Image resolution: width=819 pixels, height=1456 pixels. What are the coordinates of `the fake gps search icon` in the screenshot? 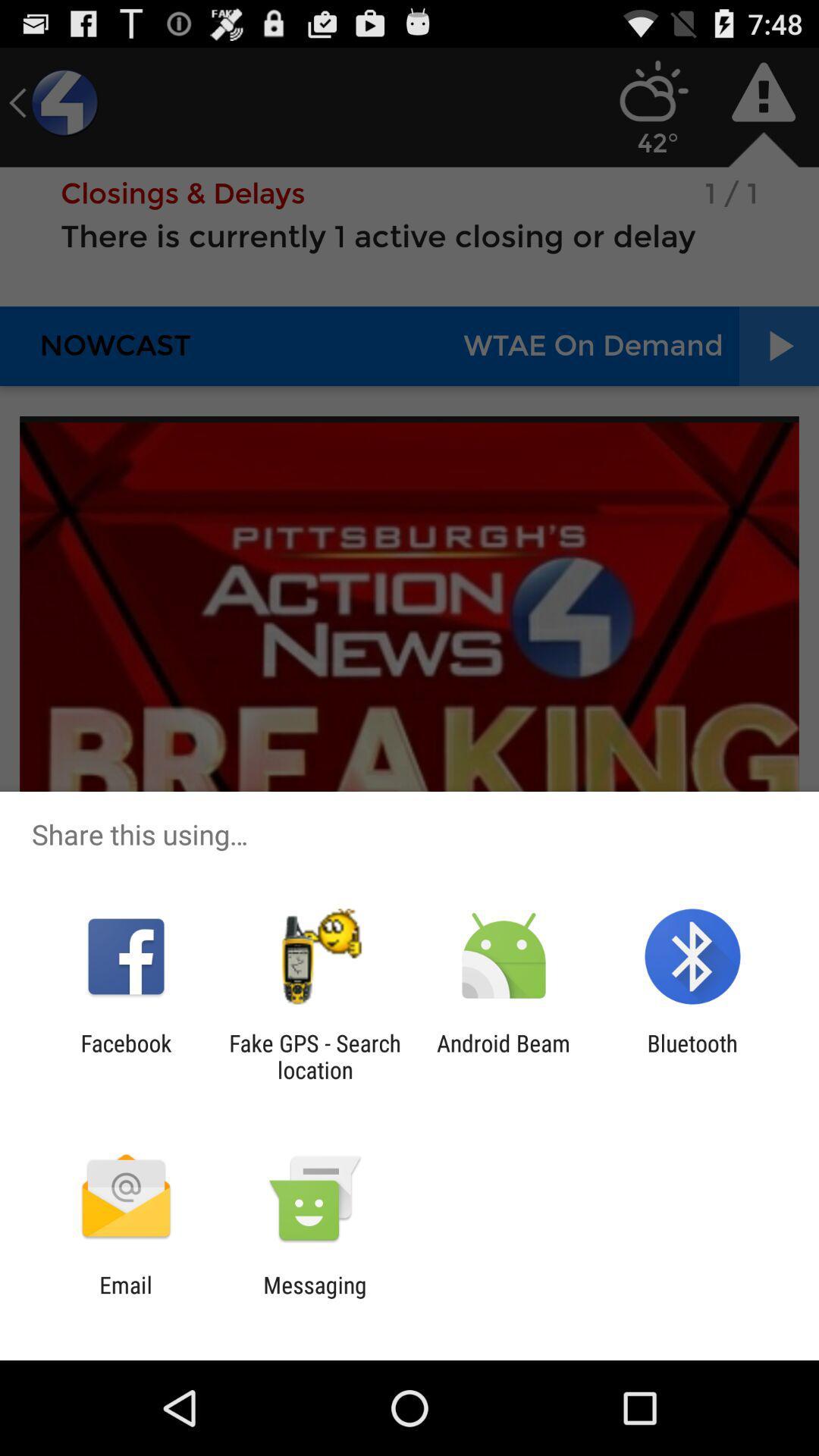 It's located at (314, 1056).